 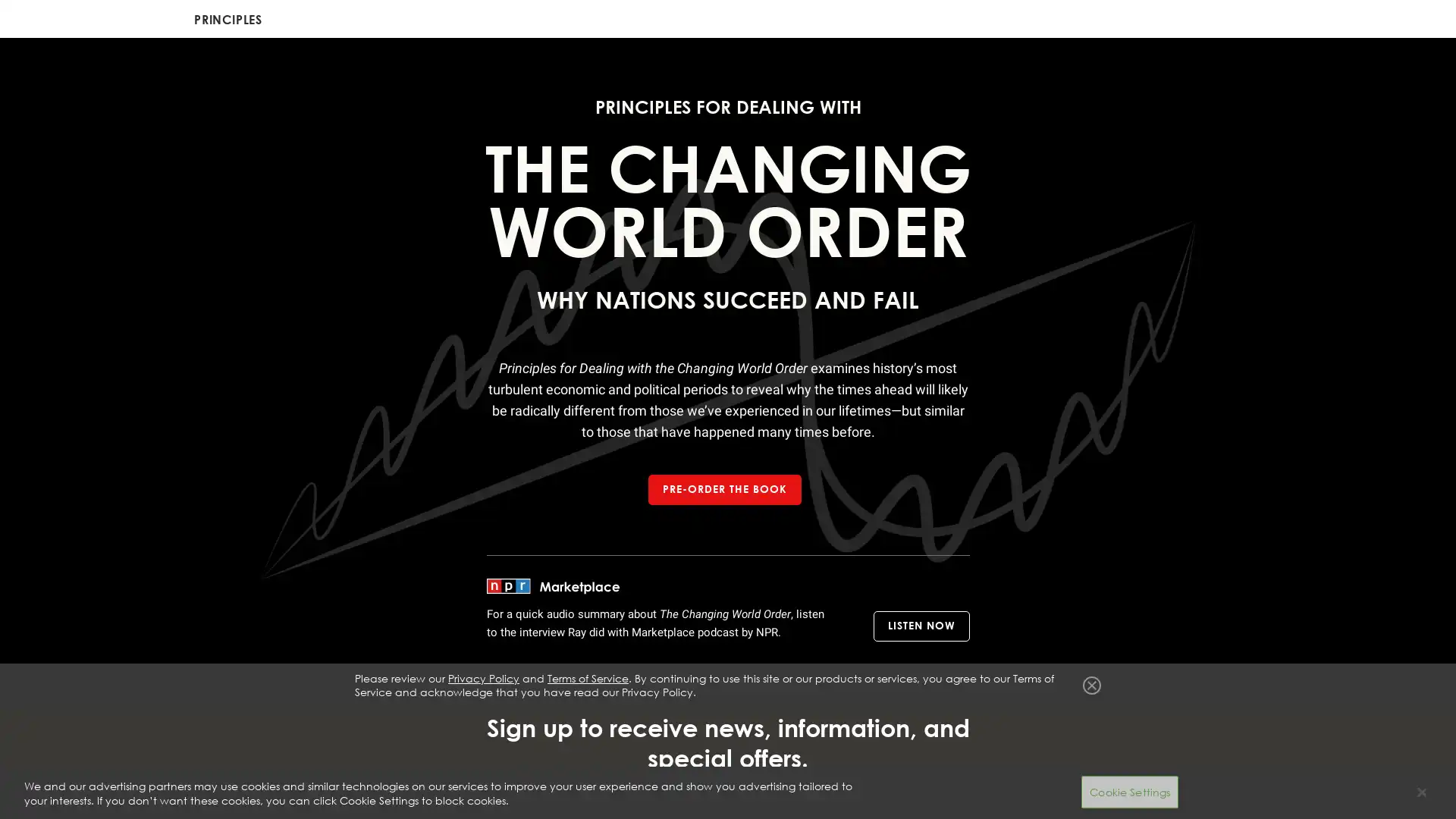 I want to click on Cookie Settings, so click(x=1129, y=791).